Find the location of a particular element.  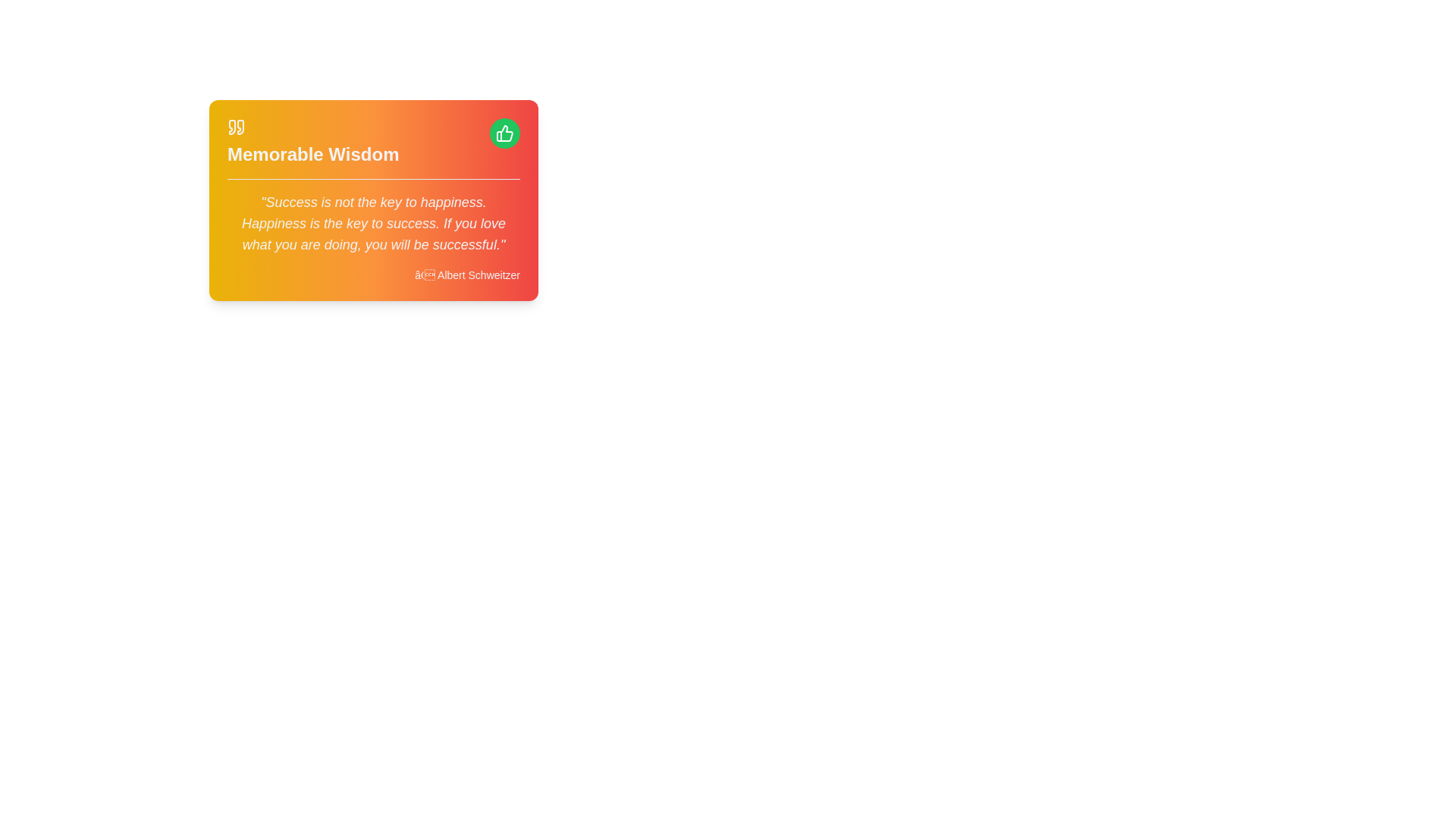

the thumbs-up icon, which is a white icon on a green circular background, located in the top-right corner of the card area, to like or approve is located at coordinates (505, 133).